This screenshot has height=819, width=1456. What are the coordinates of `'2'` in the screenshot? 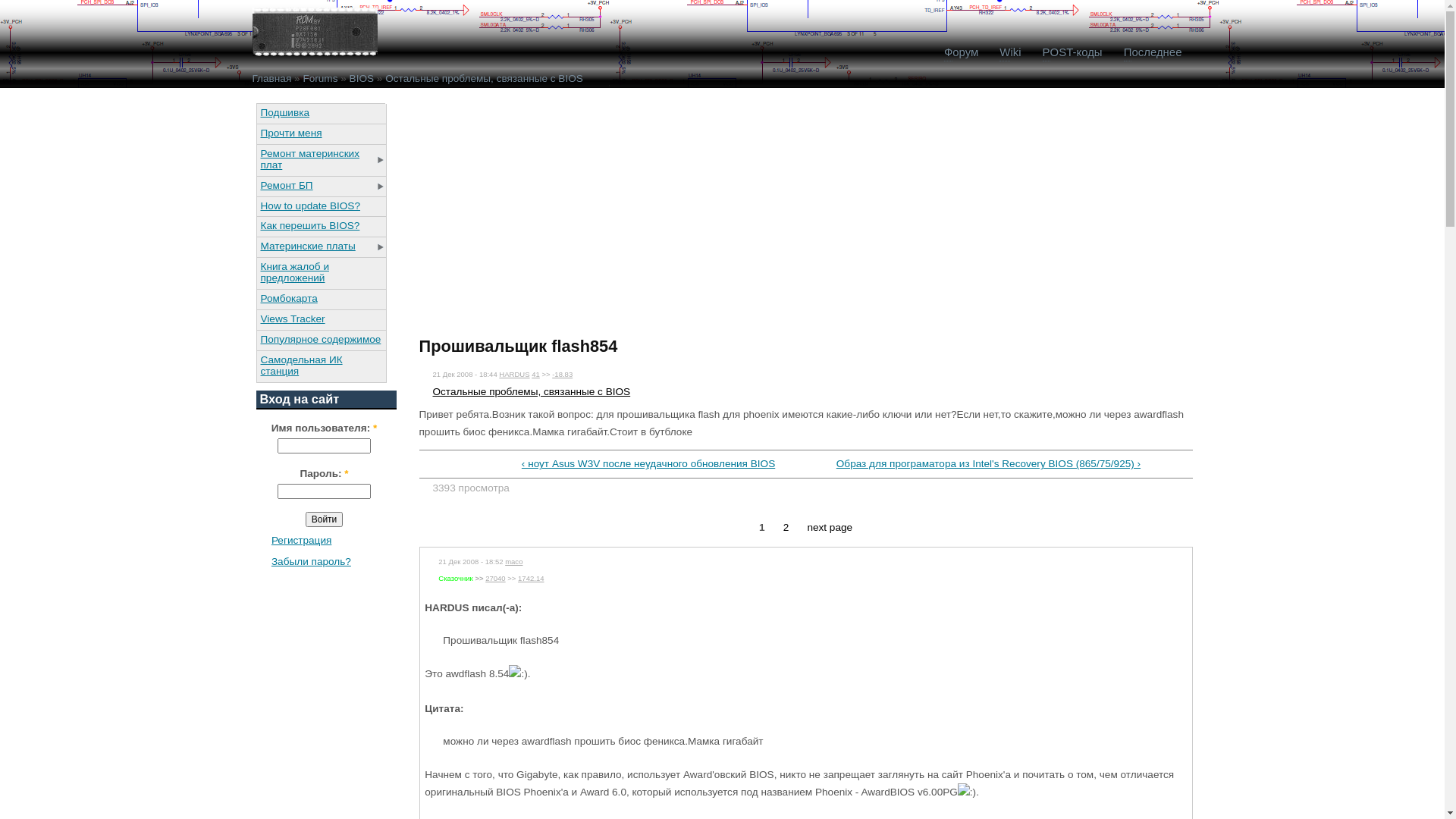 It's located at (783, 526).